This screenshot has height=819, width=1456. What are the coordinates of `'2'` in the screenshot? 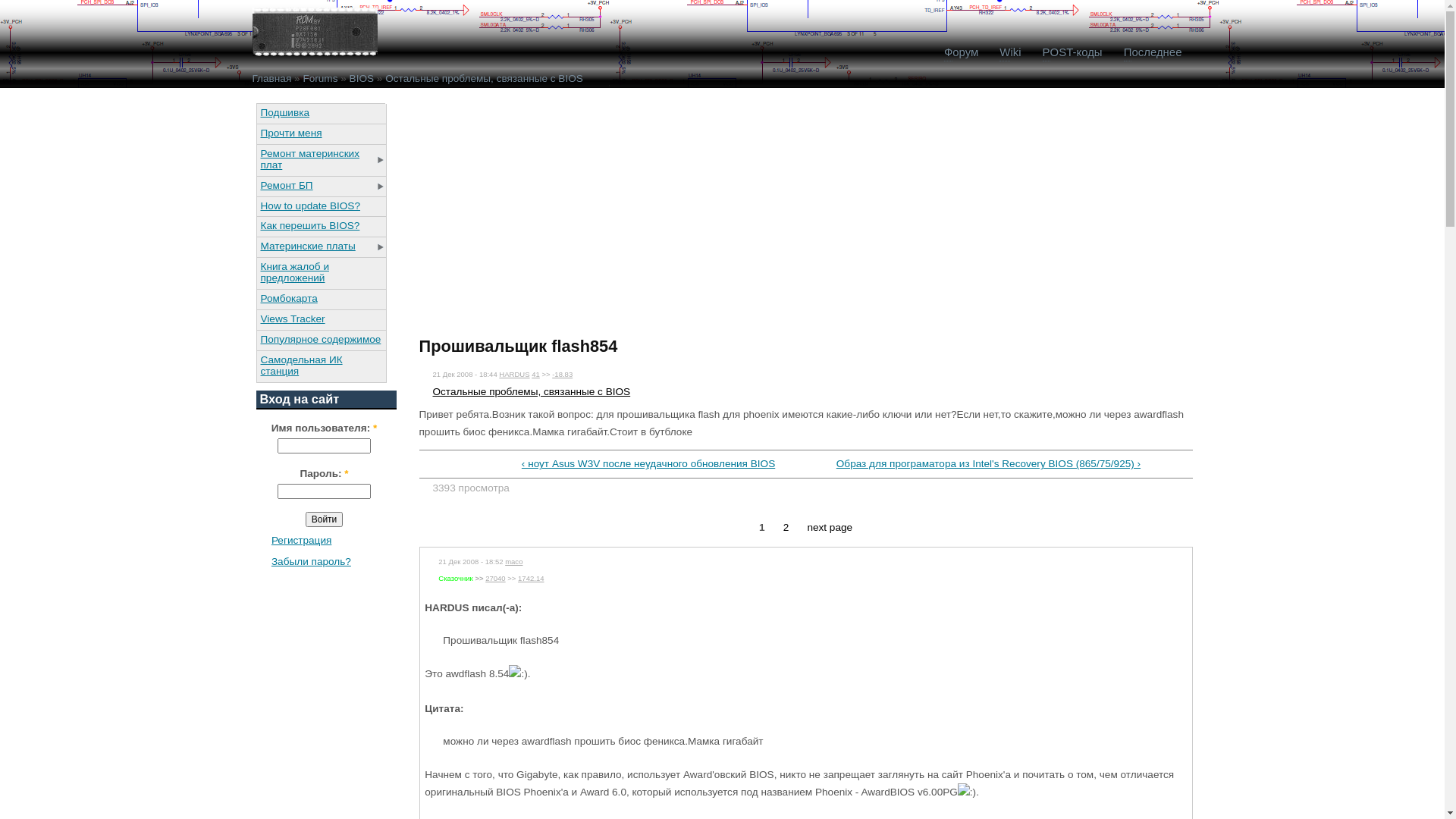 It's located at (783, 526).